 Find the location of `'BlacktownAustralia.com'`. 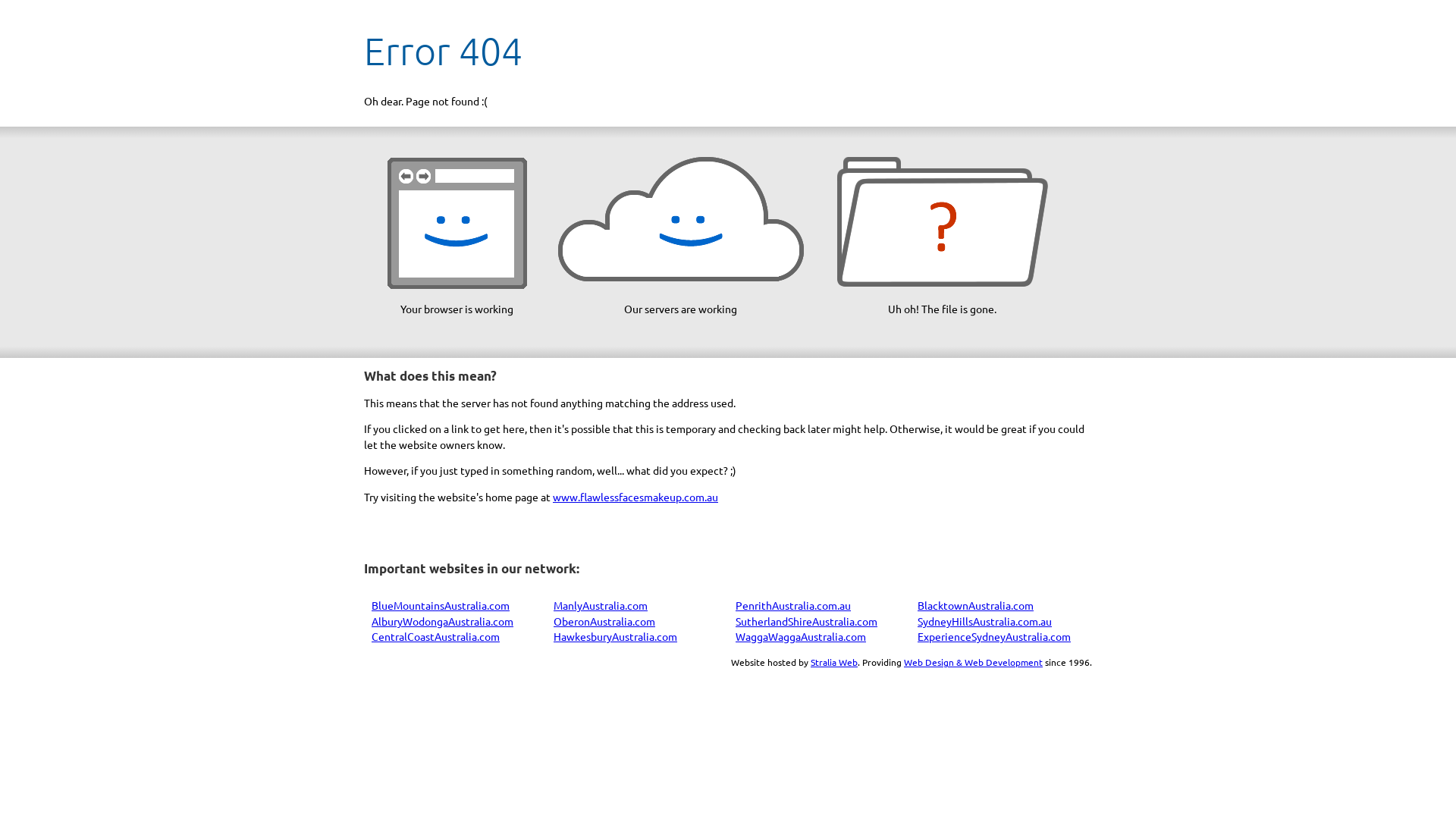

'BlacktownAustralia.com' is located at coordinates (975, 604).